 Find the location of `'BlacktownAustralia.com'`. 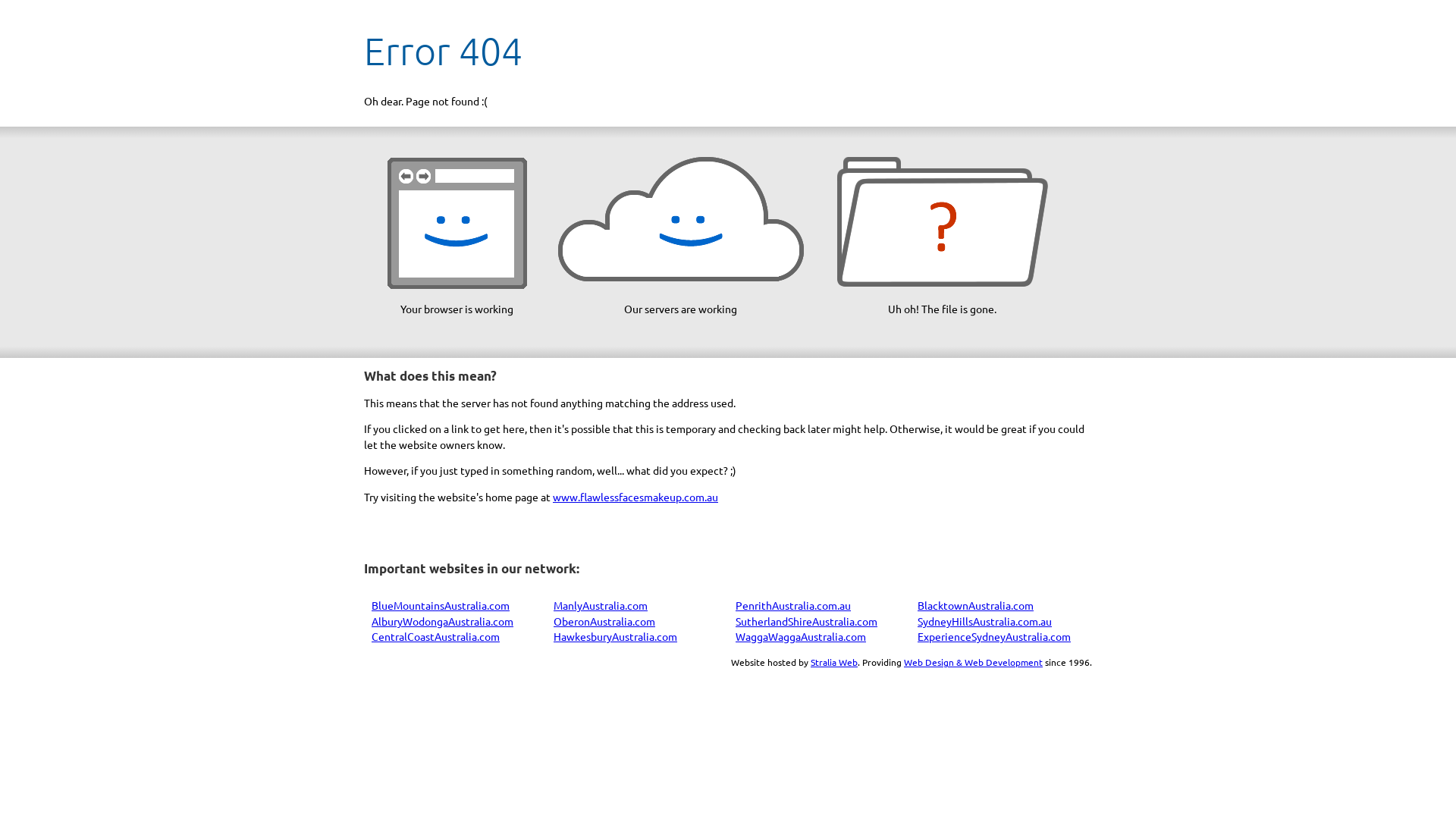

'BlacktownAustralia.com' is located at coordinates (975, 604).